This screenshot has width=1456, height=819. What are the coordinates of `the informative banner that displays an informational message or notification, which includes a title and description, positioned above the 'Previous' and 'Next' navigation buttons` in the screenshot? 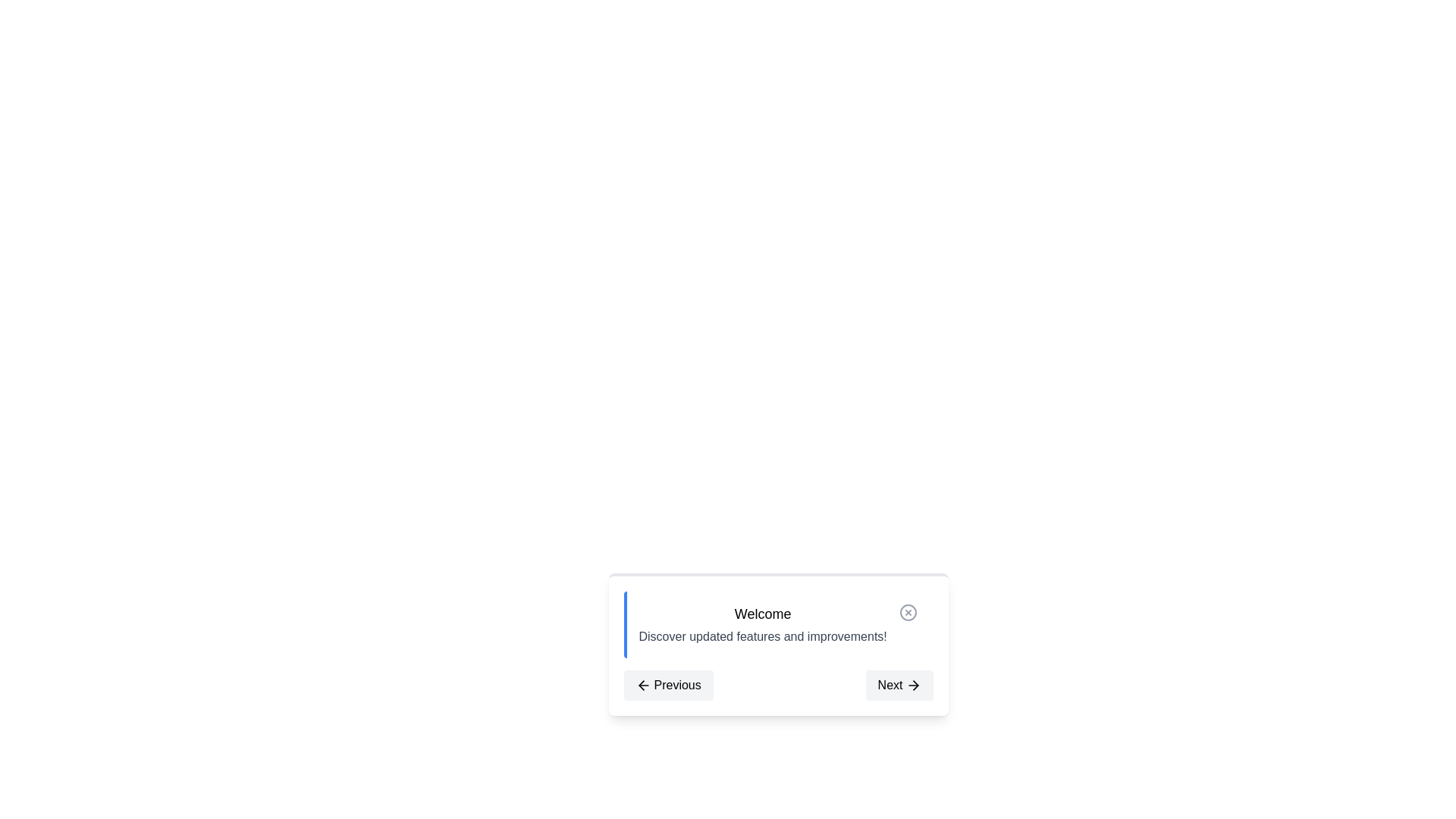 It's located at (778, 625).